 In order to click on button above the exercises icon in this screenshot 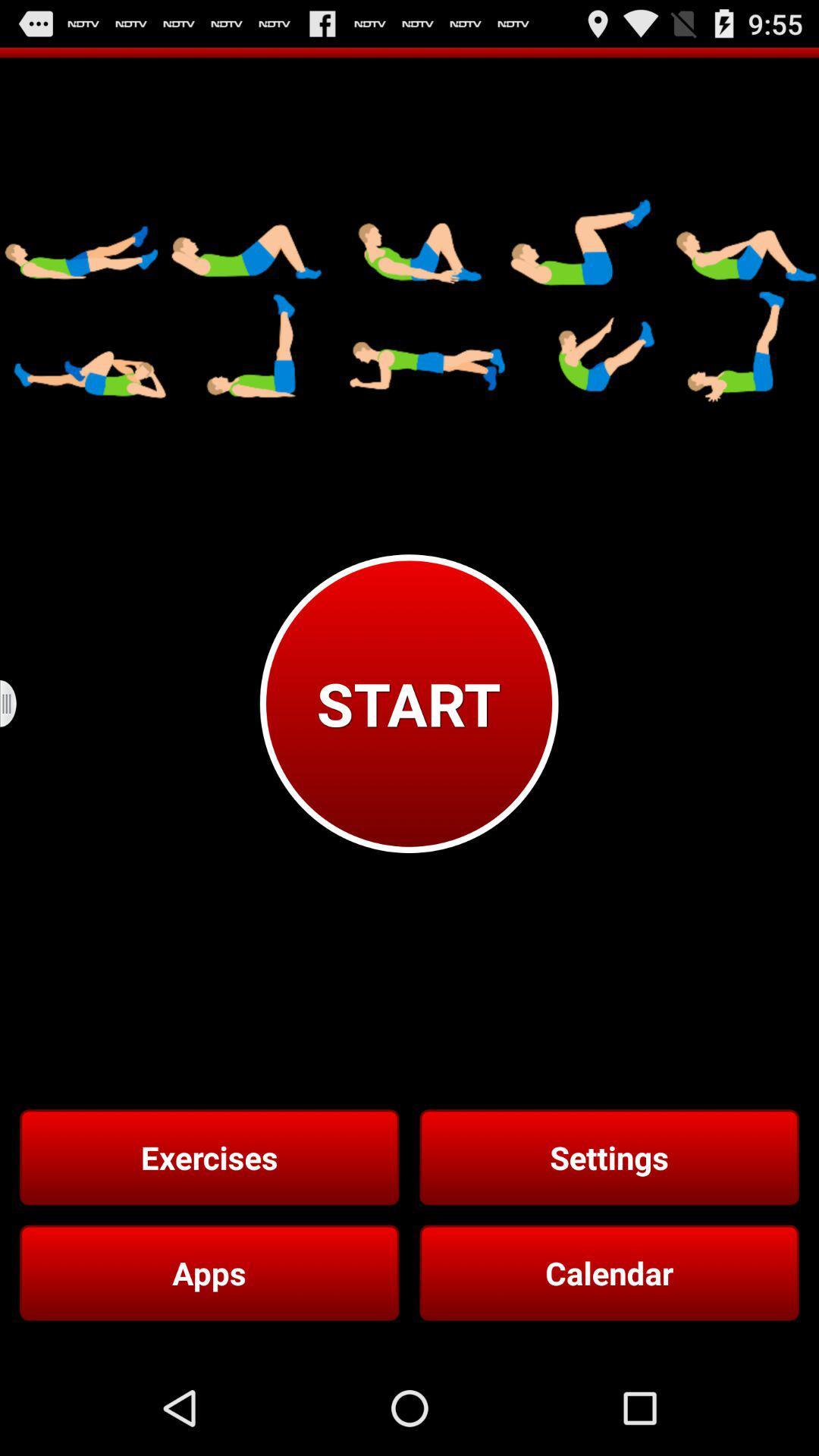, I will do `click(17, 703)`.